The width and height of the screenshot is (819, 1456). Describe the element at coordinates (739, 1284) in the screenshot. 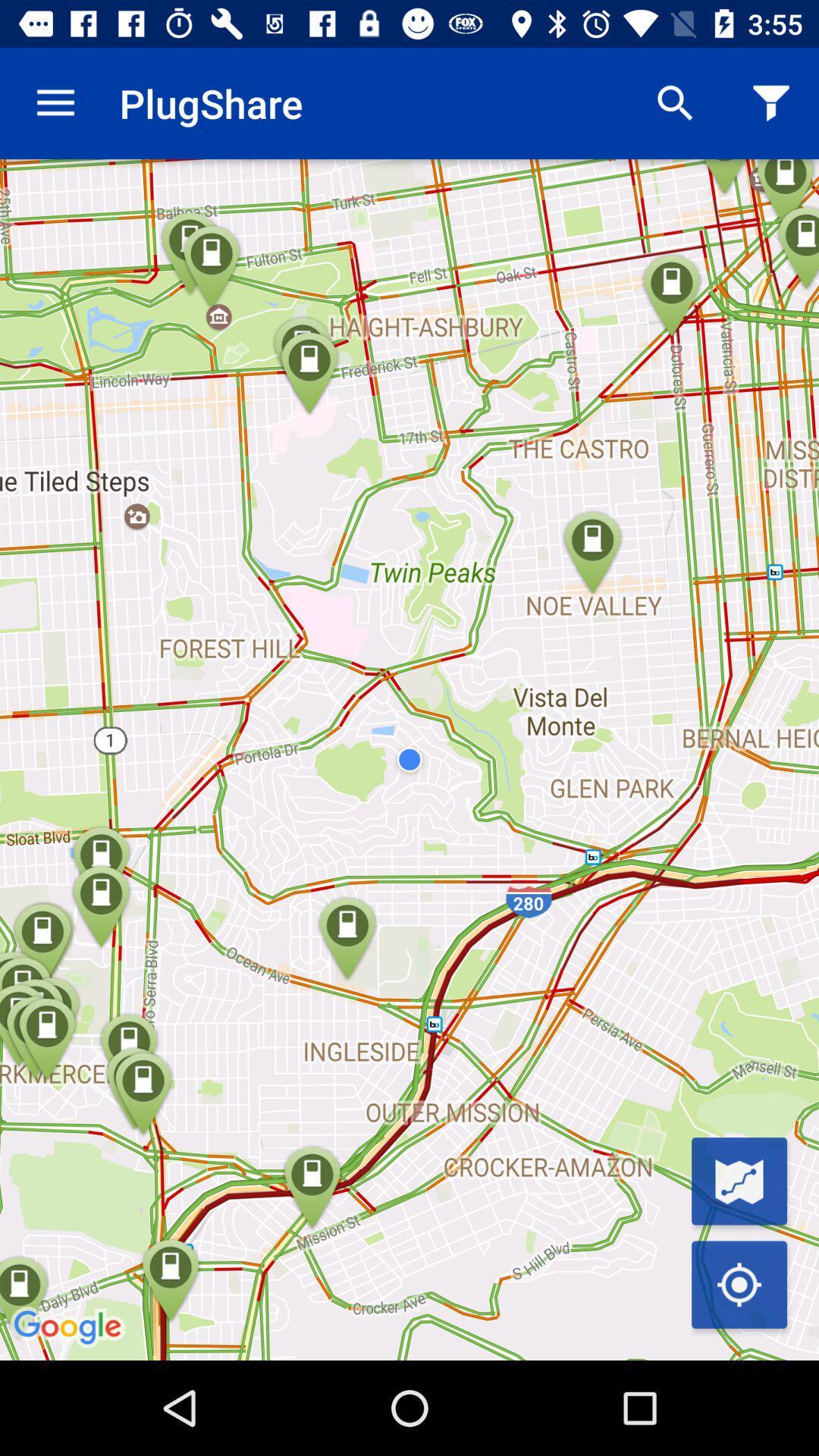

I see `current location` at that location.